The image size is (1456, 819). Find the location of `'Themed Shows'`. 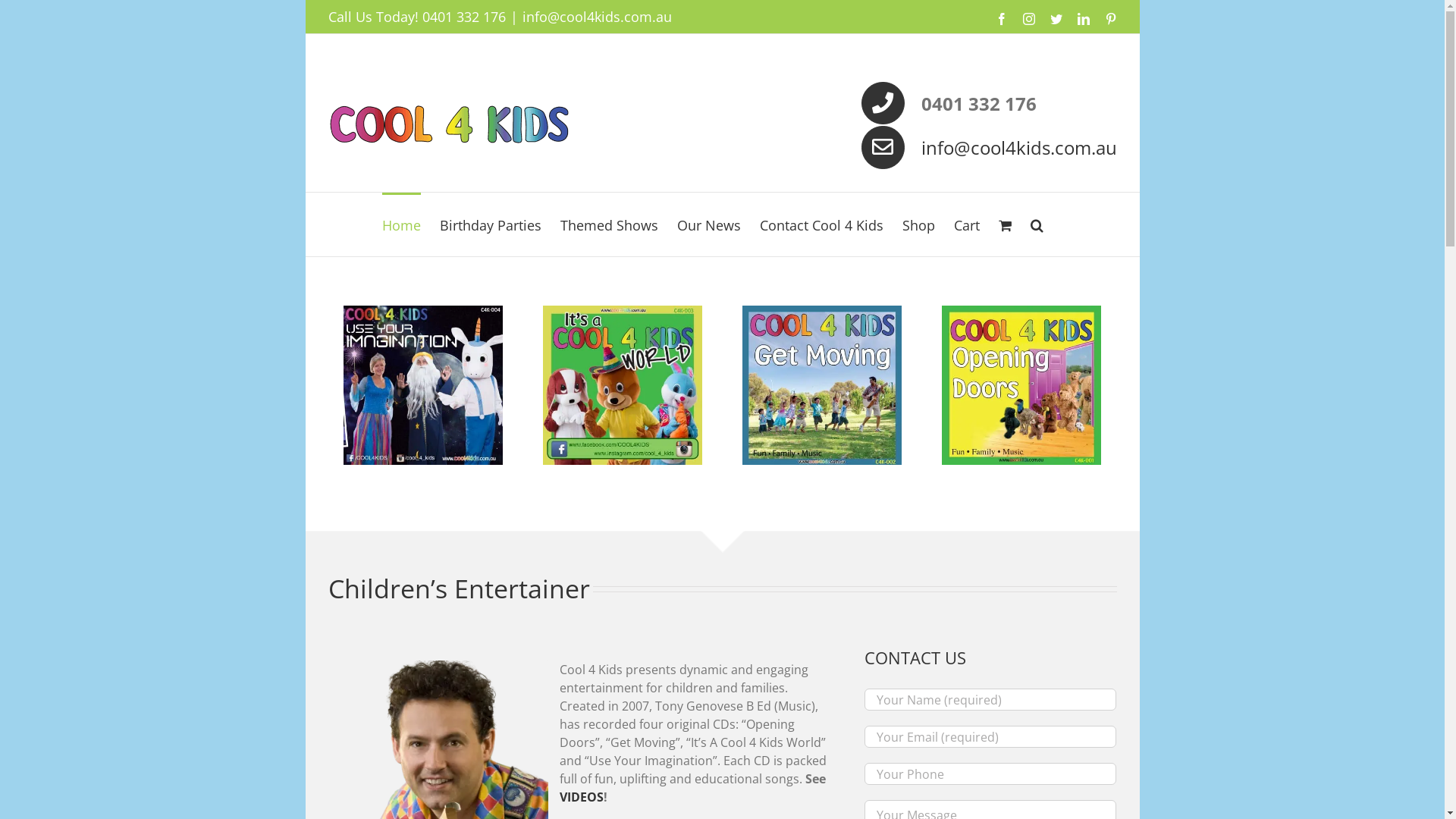

'Themed Shows' is located at coordinates (609, 224).